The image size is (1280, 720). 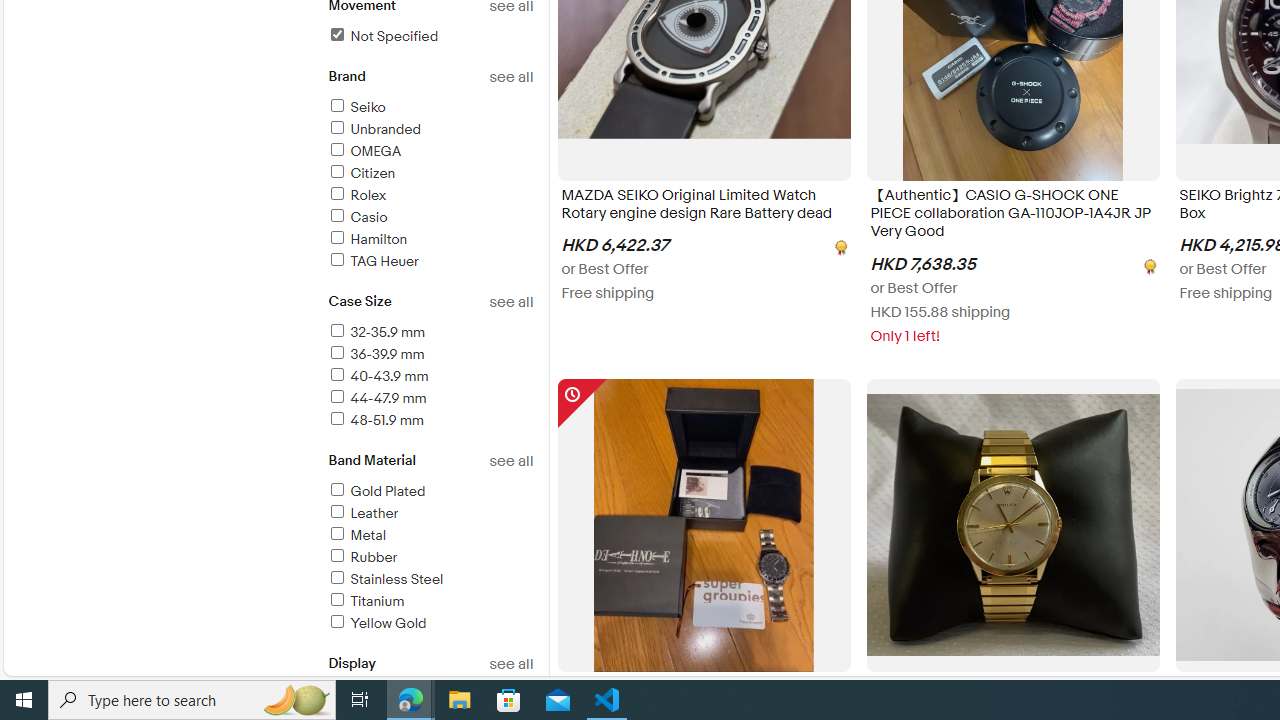 What do you see at coordinates (429, 130) in the screenshot?
I see `'Unbranded'` at bounding box center [429, 130].